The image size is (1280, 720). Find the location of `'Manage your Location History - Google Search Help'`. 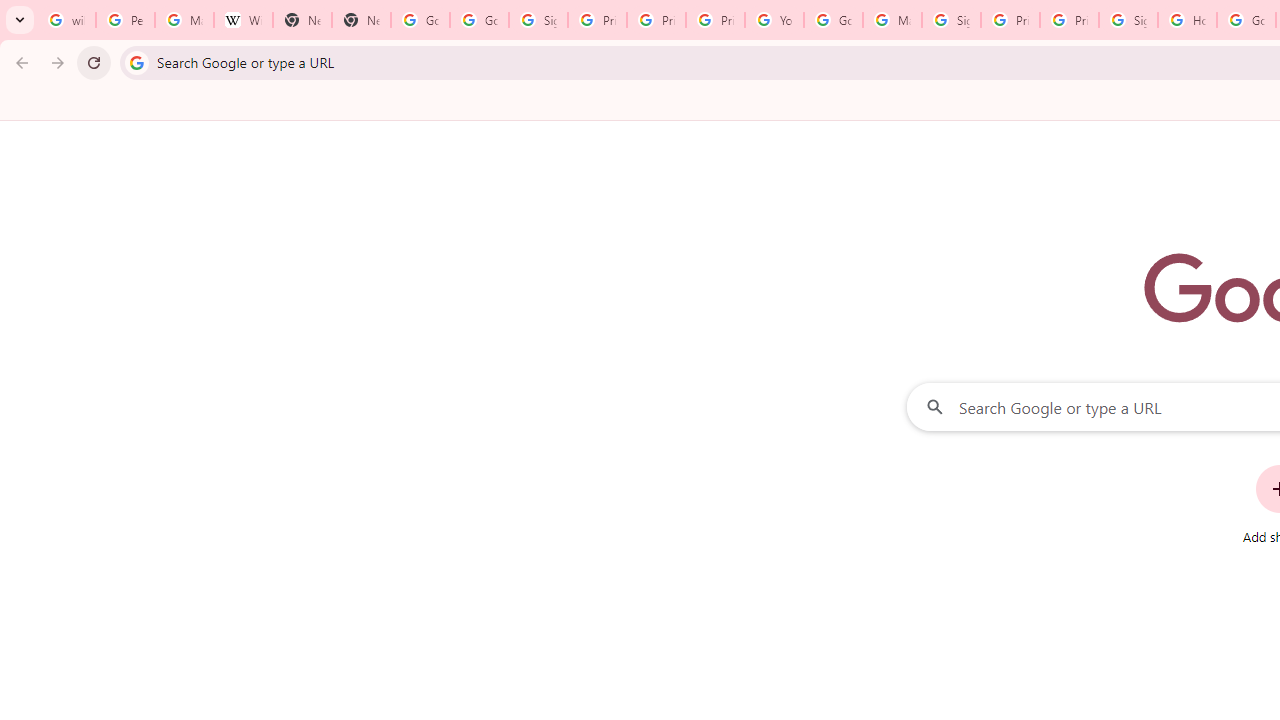

'Manage your Location History - Google Search Help' is located at coordinates (184, 20).